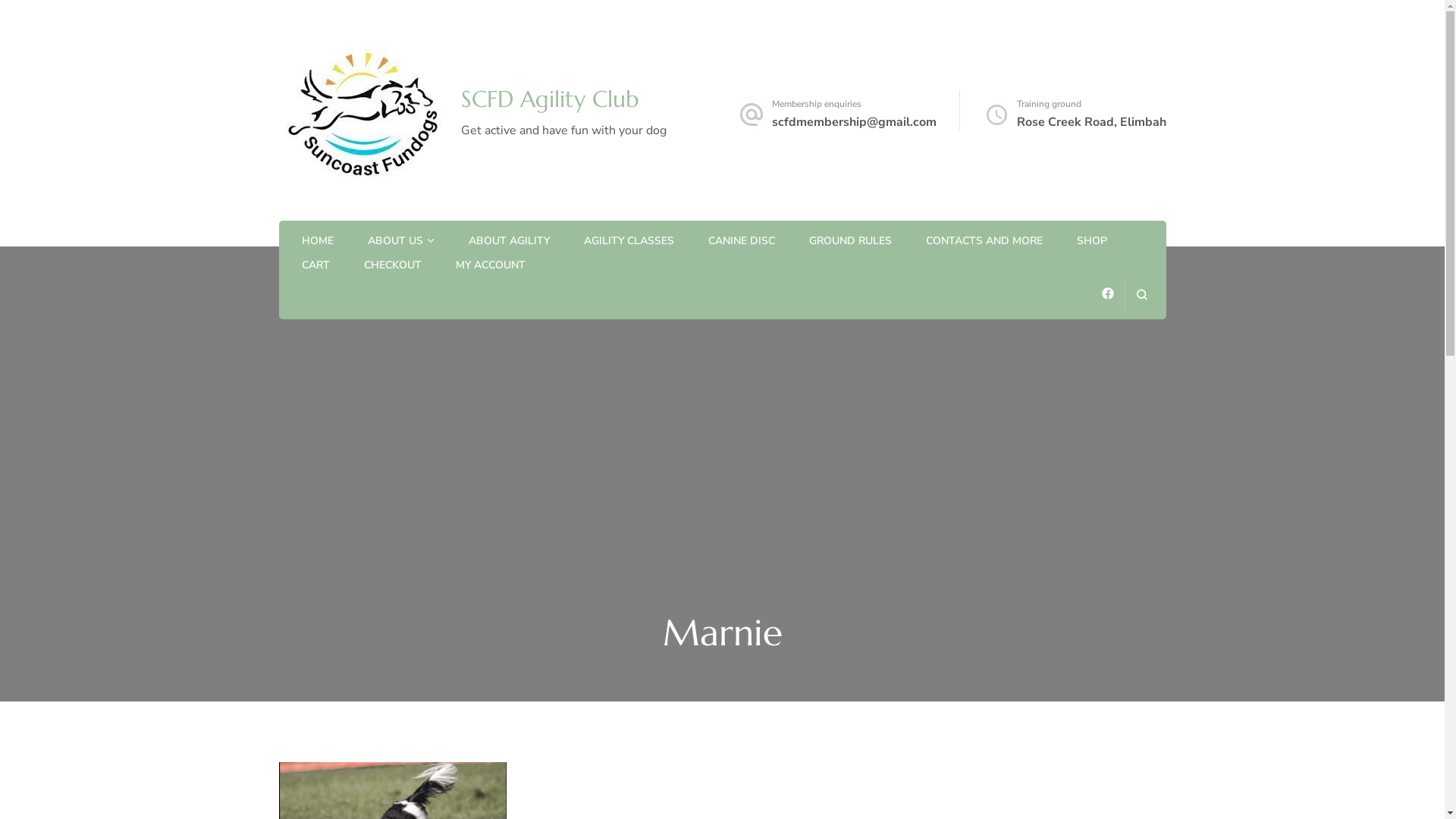  What do you see at coordinates (490, 265) in the screenshot?
I see `'MY ACCOUNT'` at bounding box center [490, 265].